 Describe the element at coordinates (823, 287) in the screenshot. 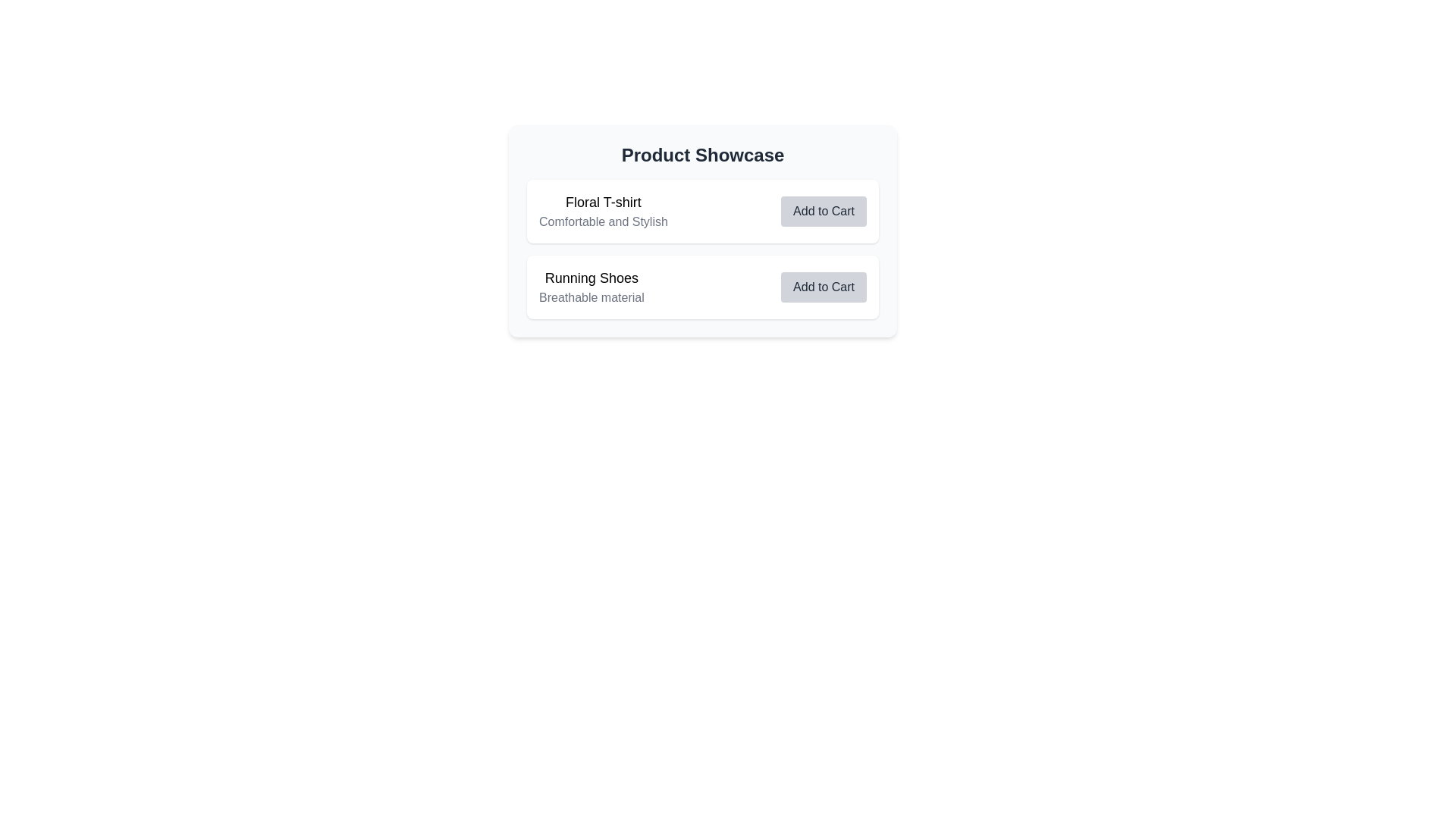

I see `'Add to Cart' button for the Running Shoes product` at that location.